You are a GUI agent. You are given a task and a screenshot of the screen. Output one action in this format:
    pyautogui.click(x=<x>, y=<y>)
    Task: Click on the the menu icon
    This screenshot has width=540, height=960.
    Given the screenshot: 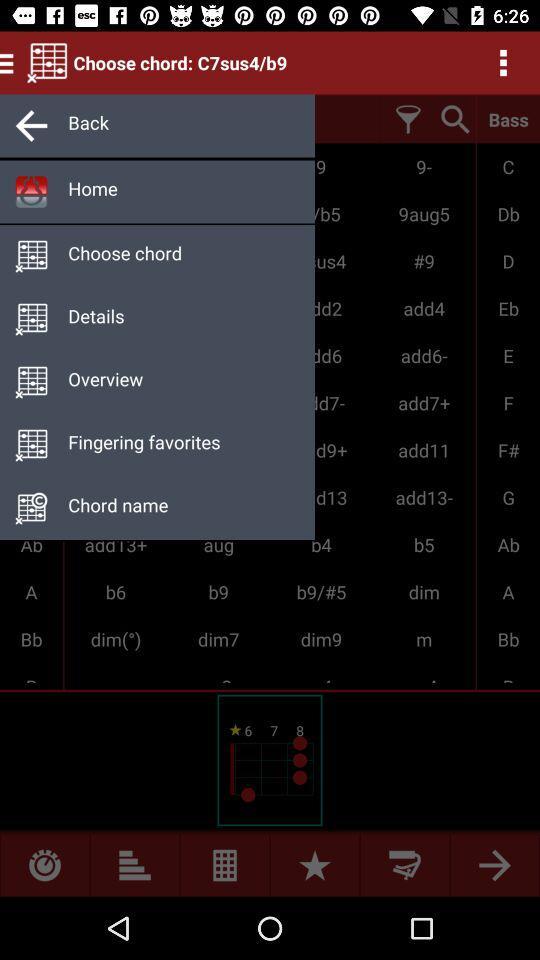 What is the action you would take?
    pyautogui.click(x=9, y=62)
    